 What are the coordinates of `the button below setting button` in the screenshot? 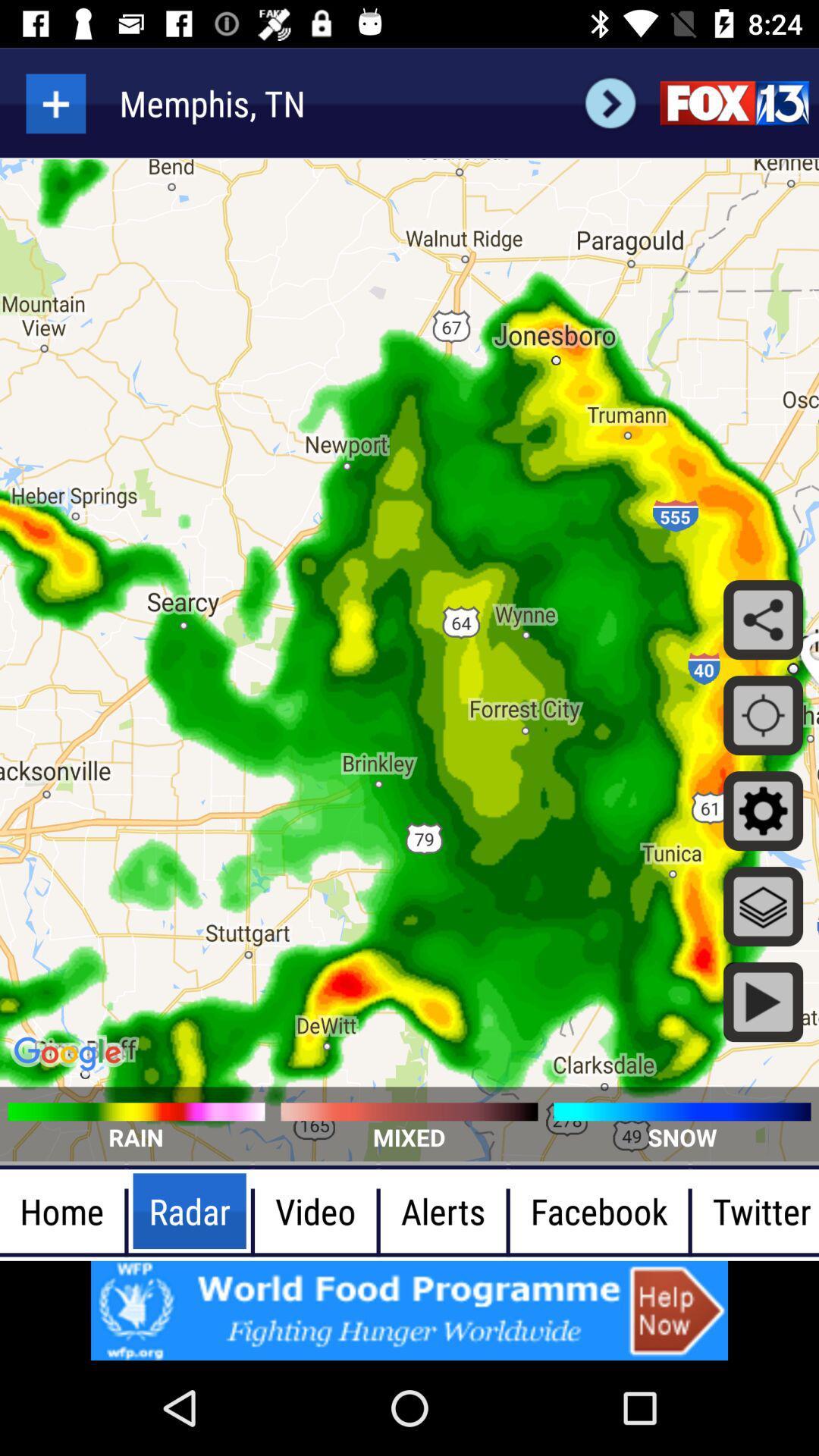 It's located at (763, 906).